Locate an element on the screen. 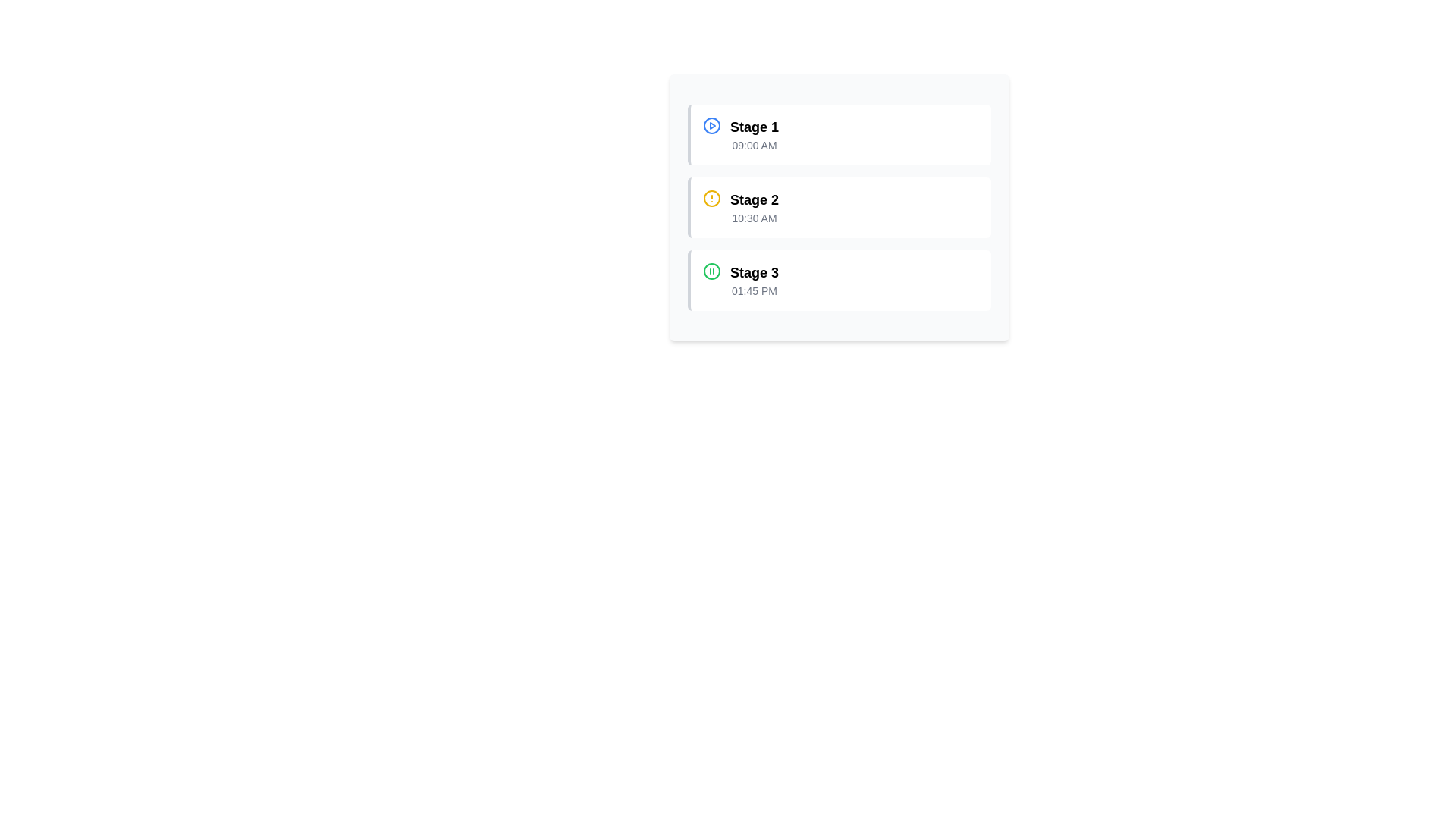 The height and width of the screenshot is (819, 1456). the informational card labeled 'Stage 2', which is the second entry in the vertical list of stages, indicating a warning or pending state is located at coordinates (741, 207).